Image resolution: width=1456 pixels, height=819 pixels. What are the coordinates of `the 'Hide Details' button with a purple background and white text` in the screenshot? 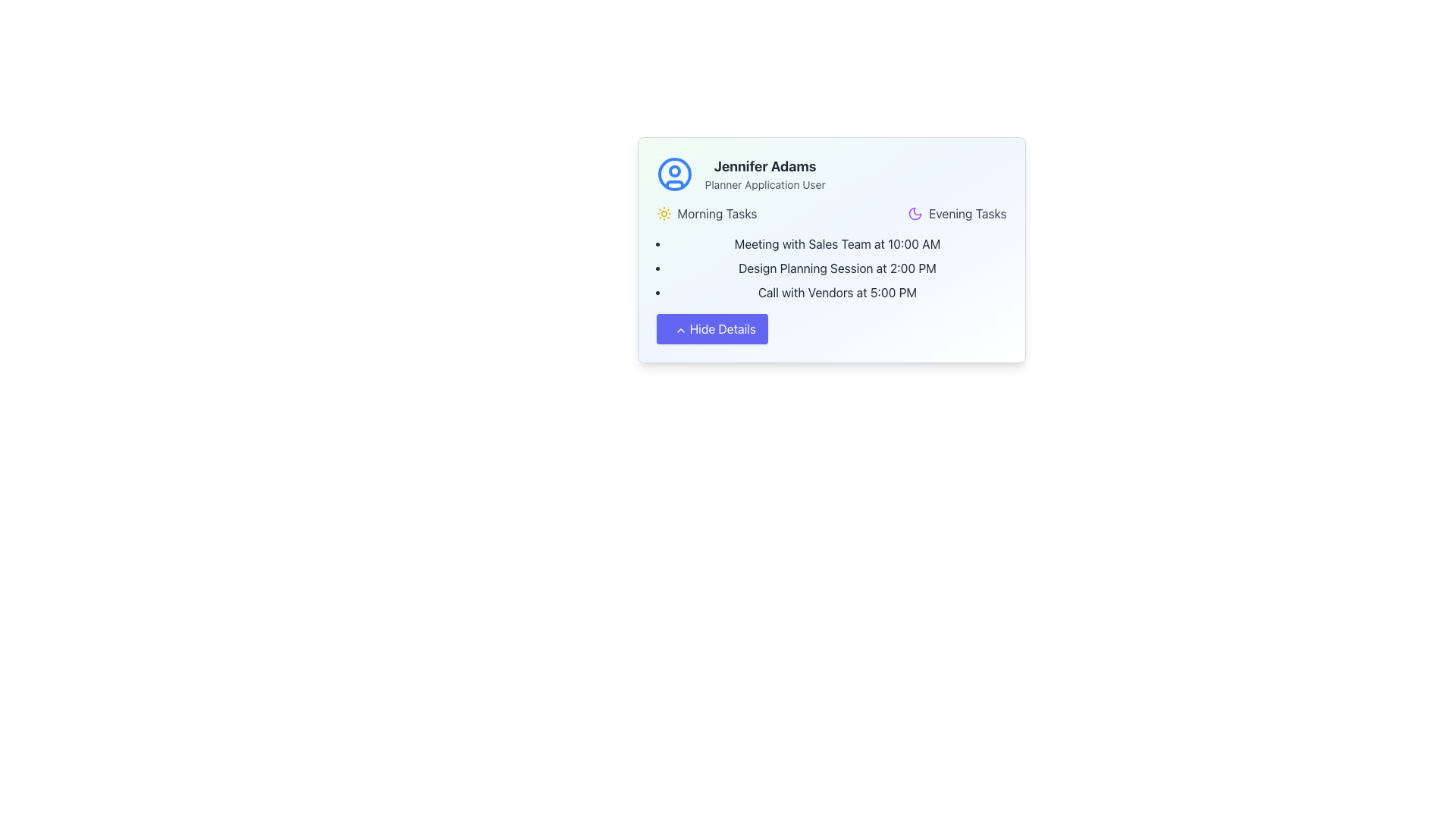 It's located at (711, 328).